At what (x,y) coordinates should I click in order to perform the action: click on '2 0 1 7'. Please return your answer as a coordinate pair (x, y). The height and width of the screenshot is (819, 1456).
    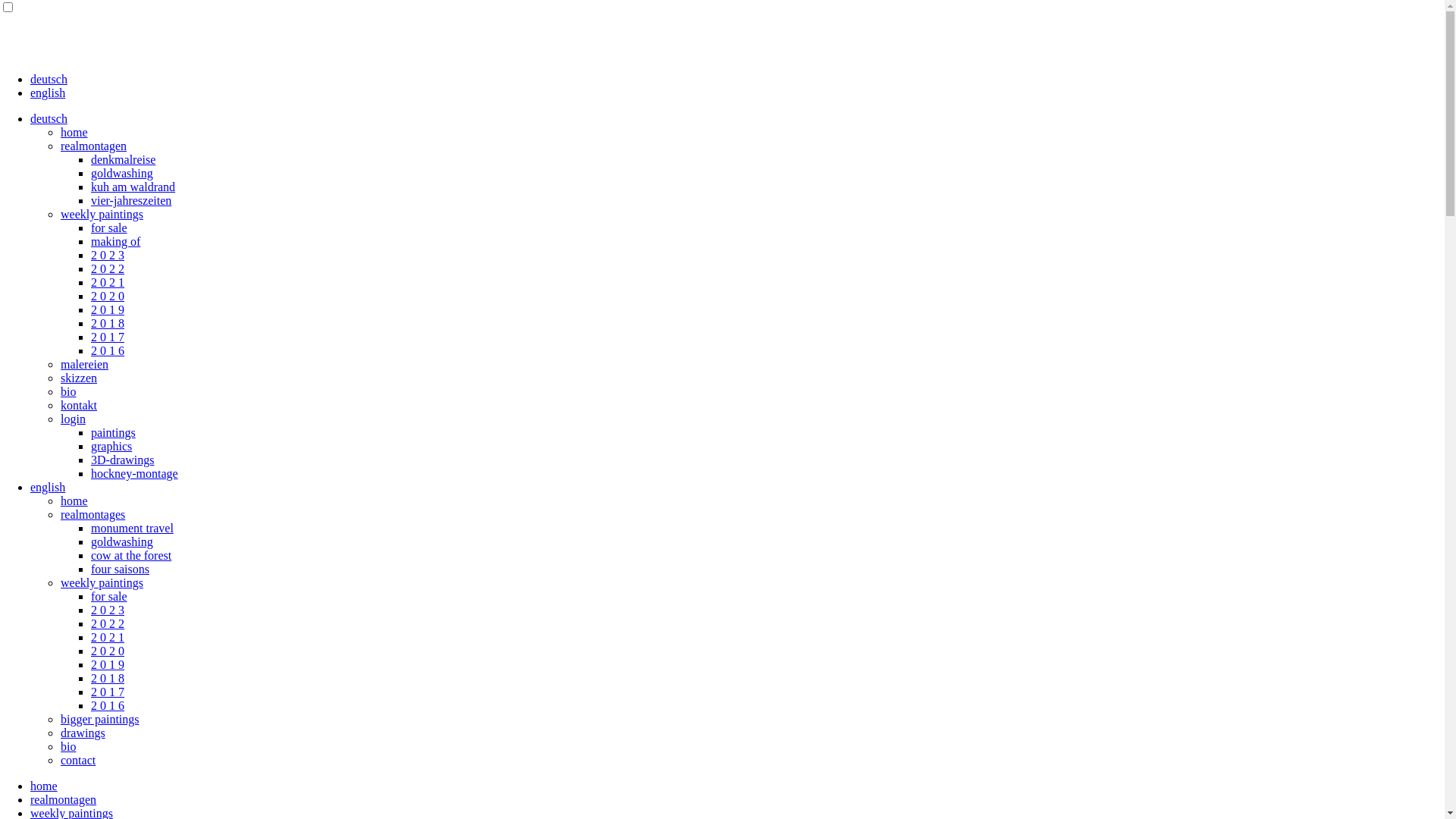
    Looking at the image, I should click on (107, 692).